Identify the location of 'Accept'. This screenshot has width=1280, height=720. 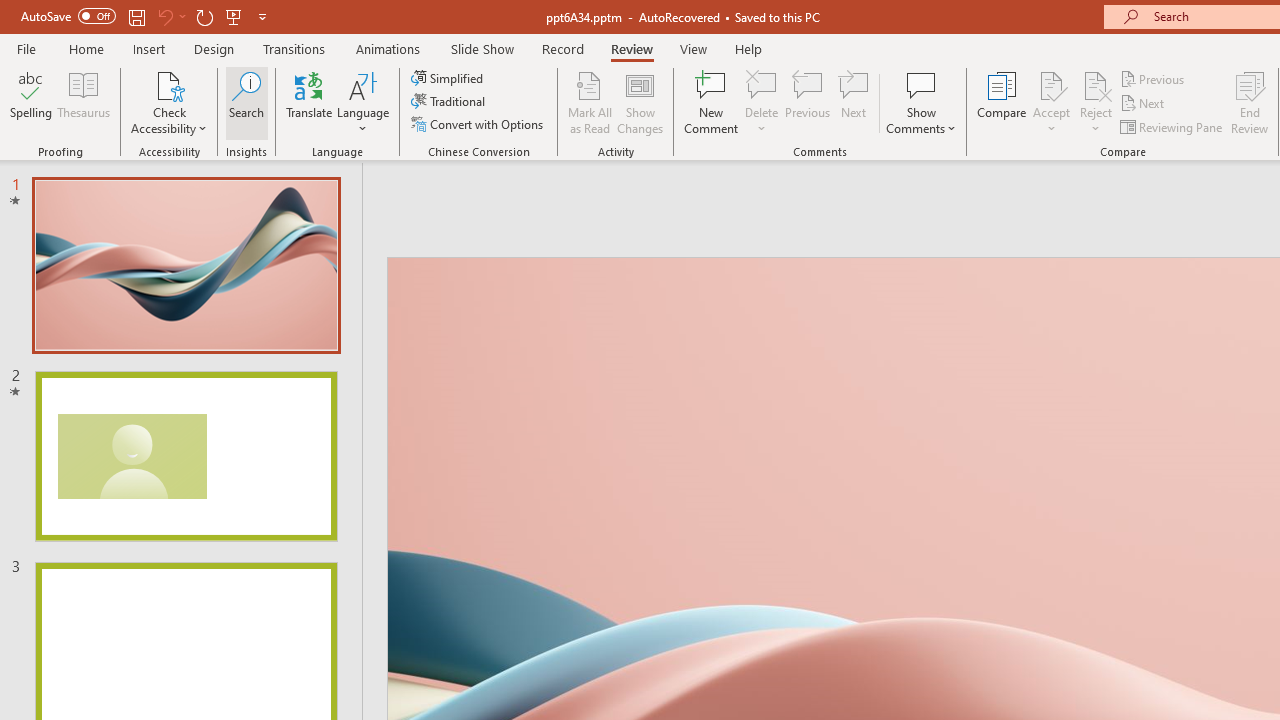
(1050, 103).